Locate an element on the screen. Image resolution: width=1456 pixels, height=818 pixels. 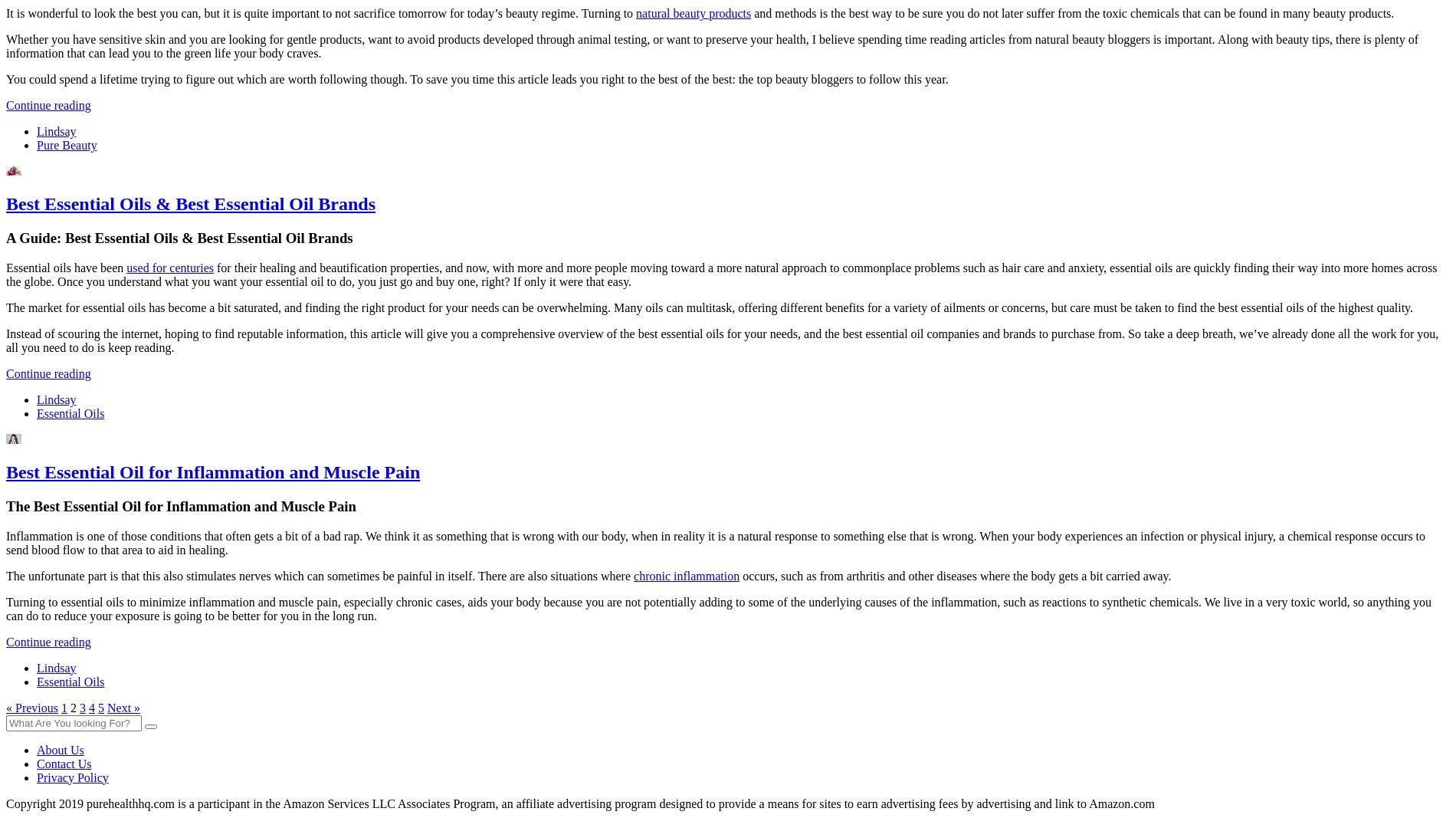
'Privacy Policy' is located at coordinates (72, 777).